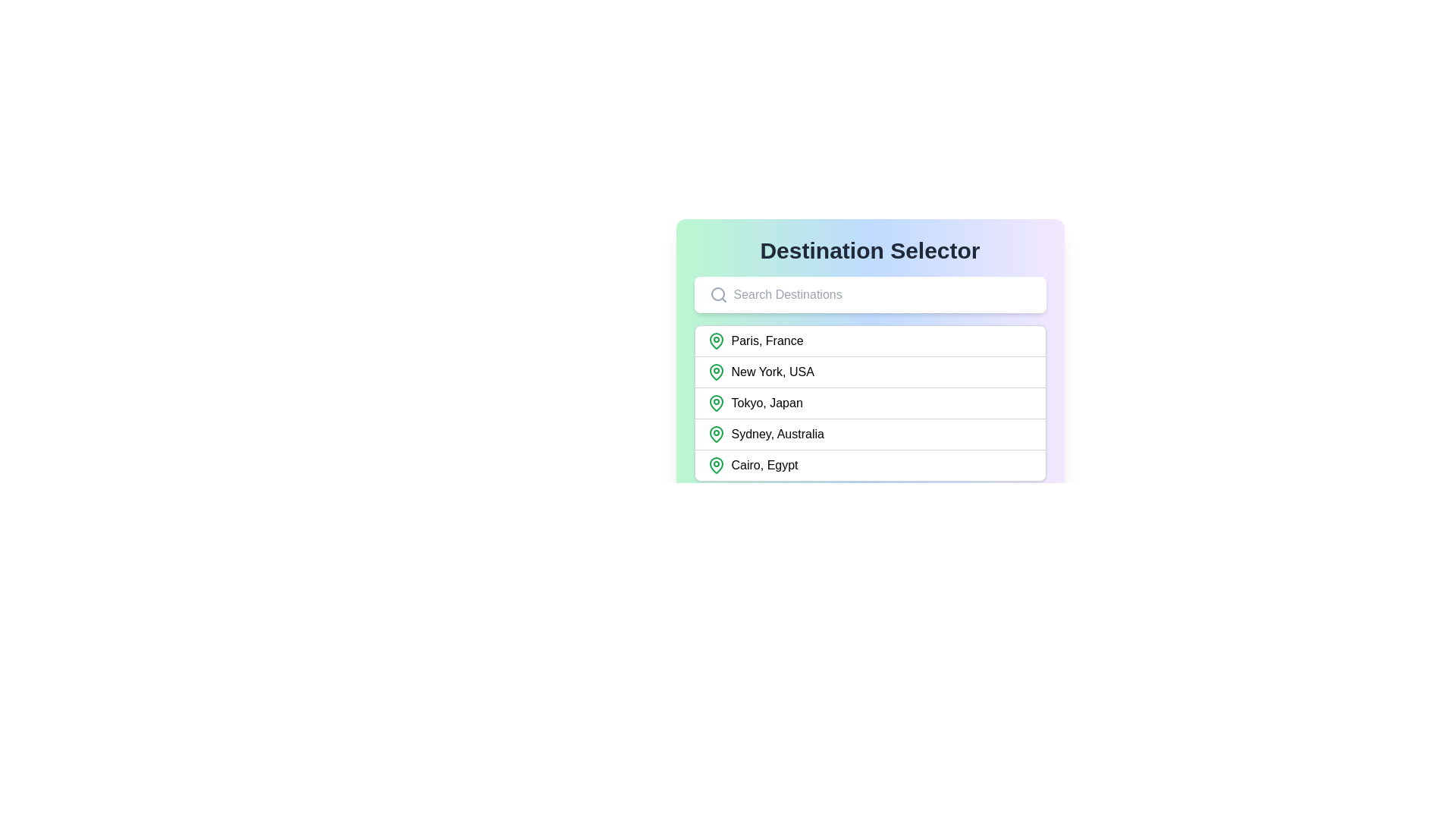 The height and width of the screenshot is (819, 1456). I want to click on the green outlined map pin icon representing a location marker, which is located to the left of the text label 'Tokyo, Japan' in the third row of the destination items list, so click(715, 403).